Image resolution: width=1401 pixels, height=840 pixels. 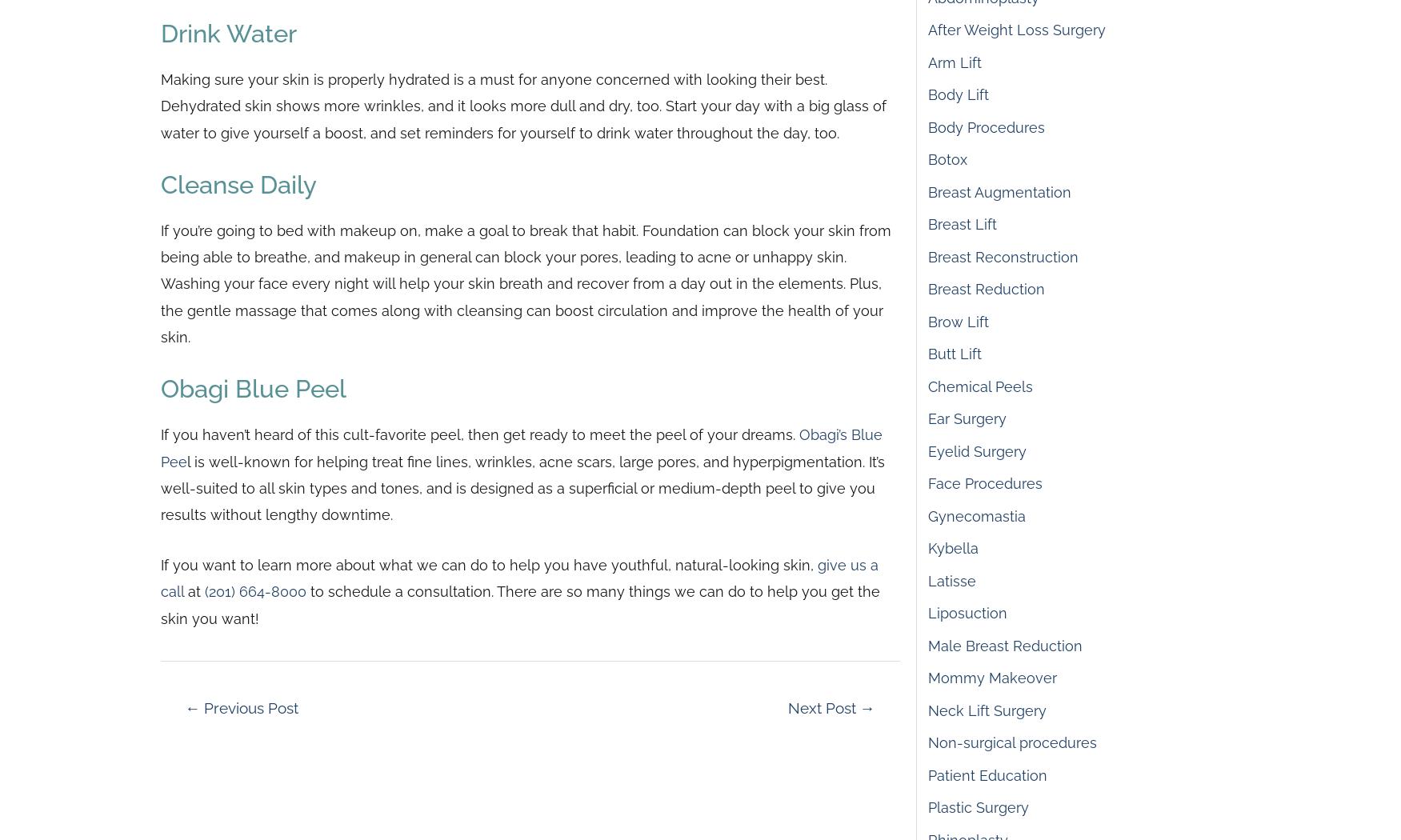 I want to click on '#103', so click(x=787, y=74).